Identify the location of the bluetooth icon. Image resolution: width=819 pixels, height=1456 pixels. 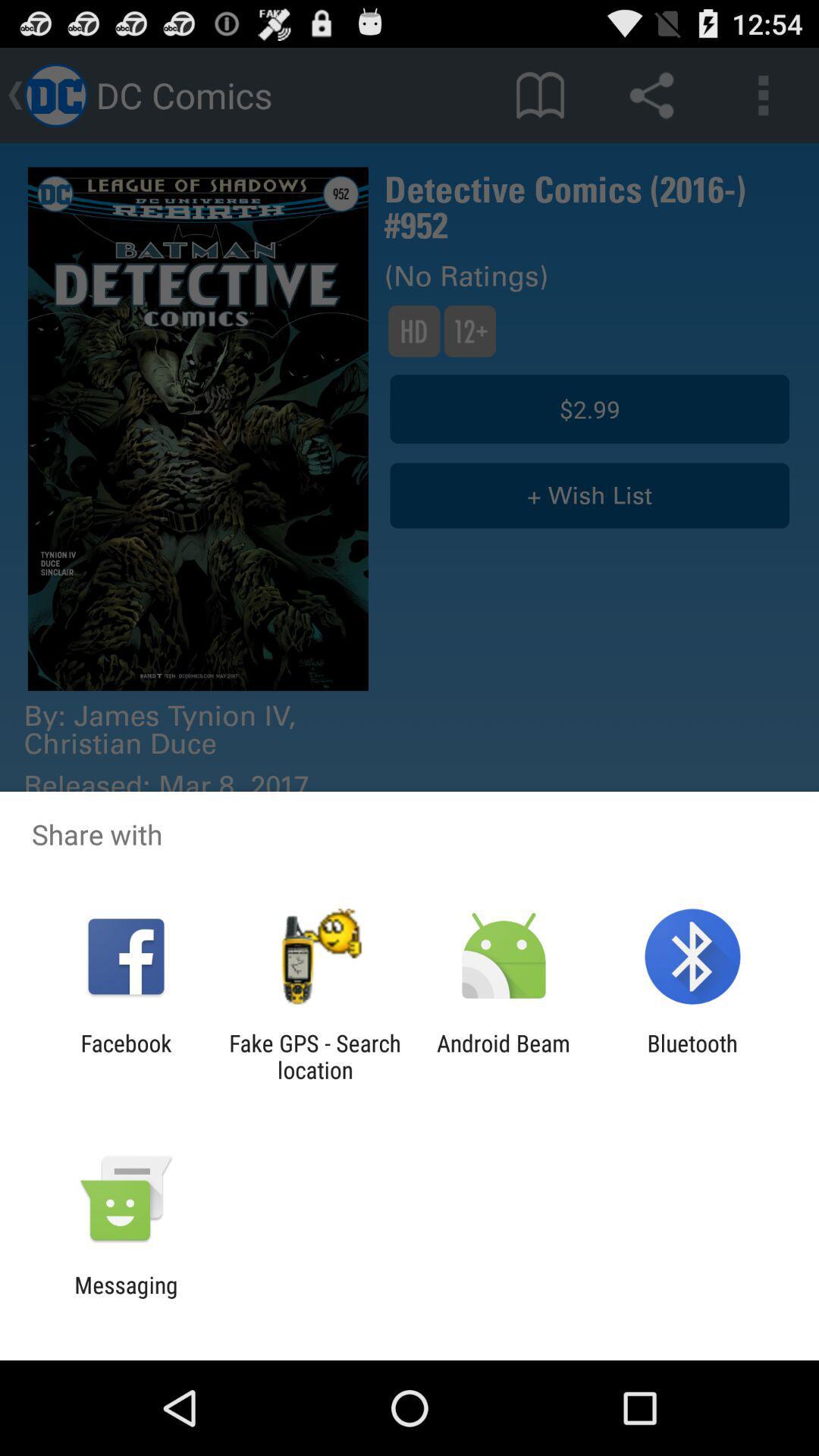
(692, 1056).